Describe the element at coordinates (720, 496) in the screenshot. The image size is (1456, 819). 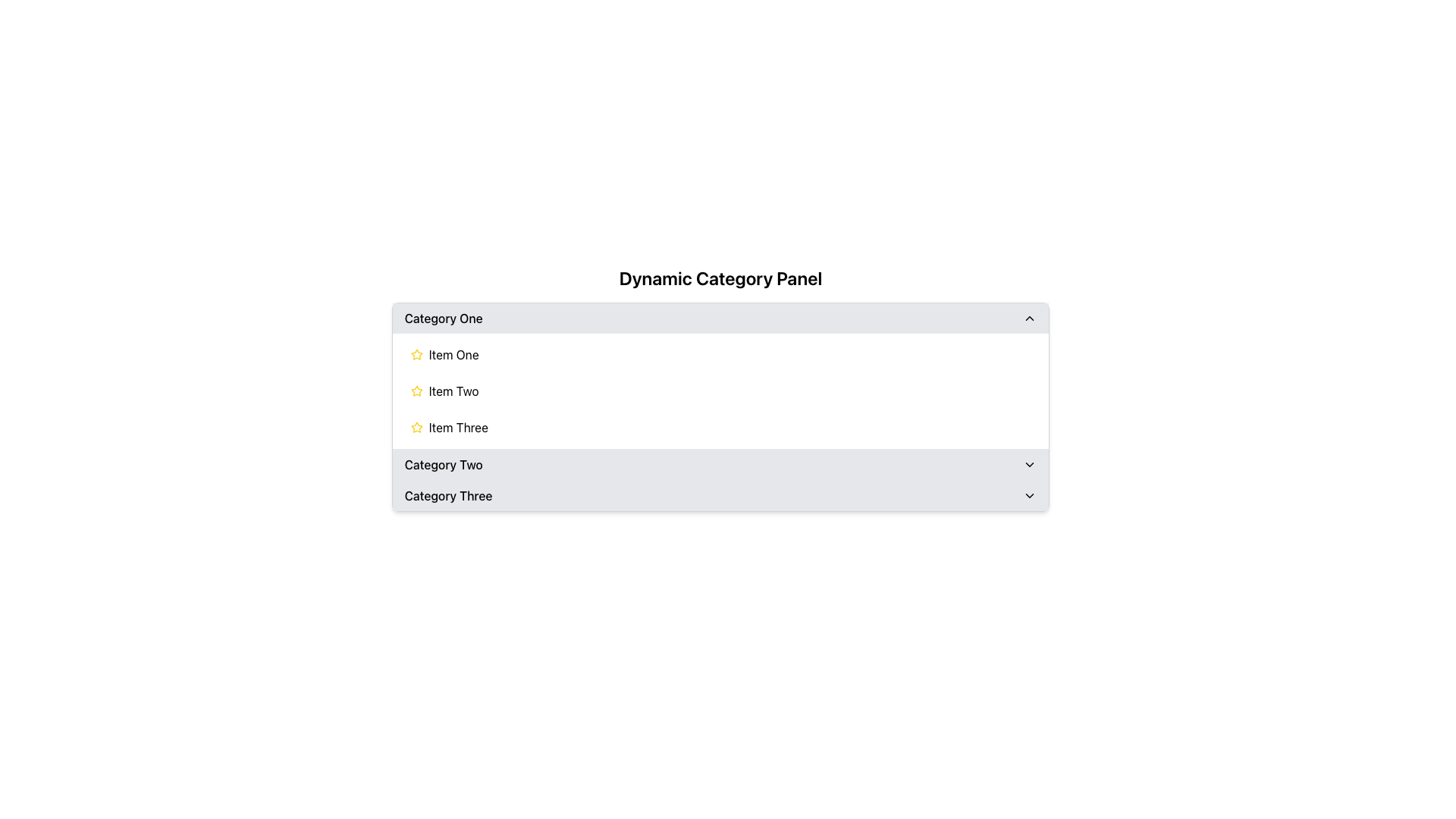
I see `the Dropdown Selector element labeled 'Category Three' with a light grey background` at that location.